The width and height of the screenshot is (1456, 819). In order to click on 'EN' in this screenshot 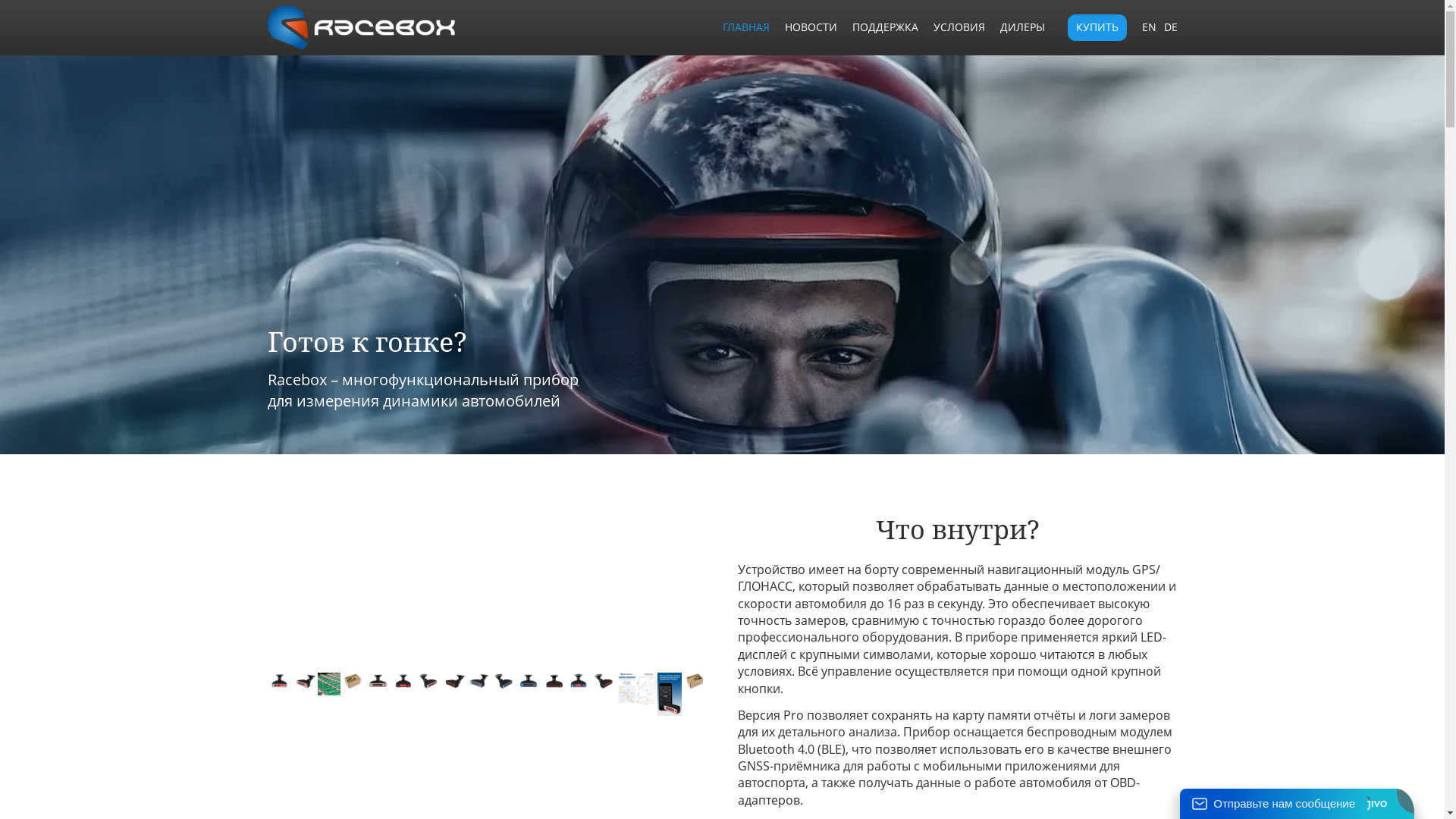, I will do `click(1149, 27)`.